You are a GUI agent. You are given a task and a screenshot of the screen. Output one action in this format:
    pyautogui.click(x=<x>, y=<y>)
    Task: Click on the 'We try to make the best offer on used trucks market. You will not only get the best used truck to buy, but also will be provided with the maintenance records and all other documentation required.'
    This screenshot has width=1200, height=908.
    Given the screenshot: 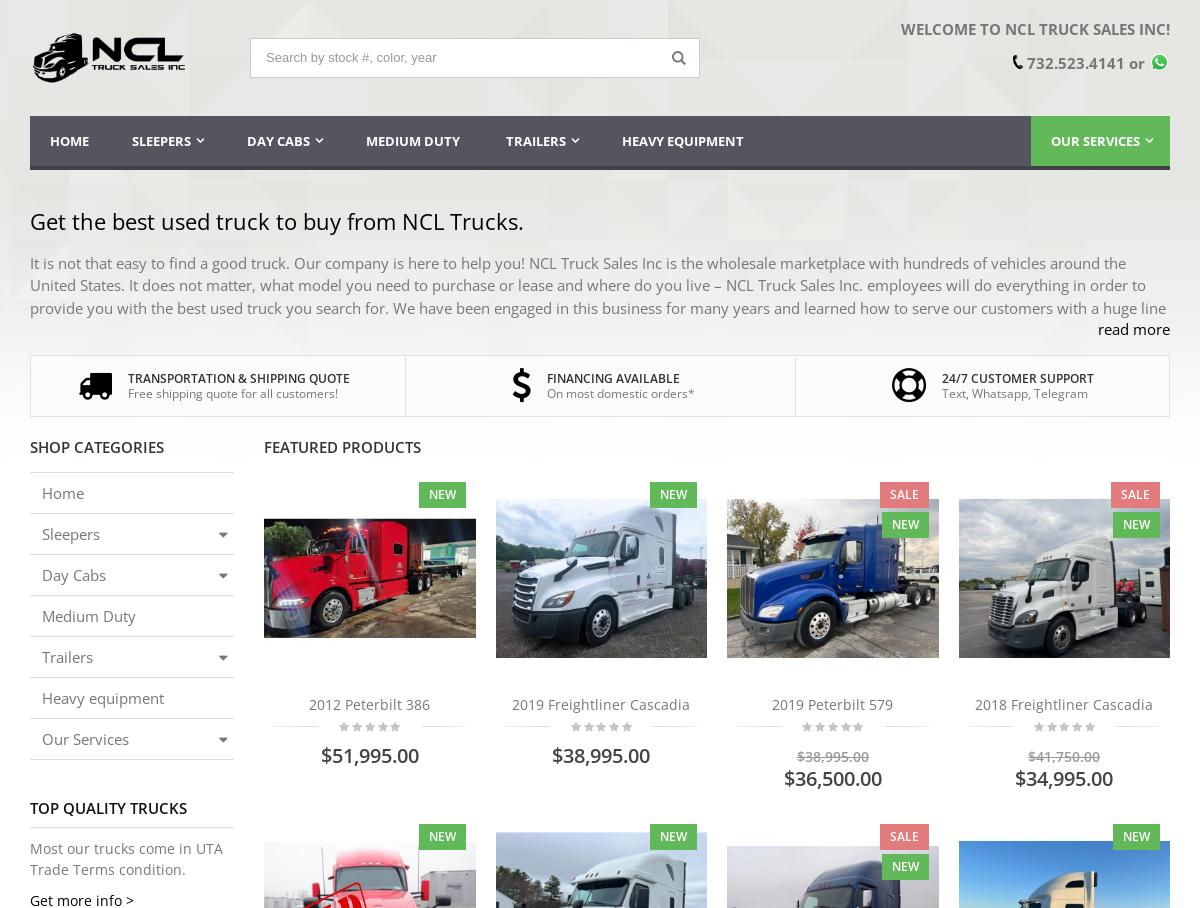 What is the action you would take?
    pyautogui.click(x=30, y=561)
    